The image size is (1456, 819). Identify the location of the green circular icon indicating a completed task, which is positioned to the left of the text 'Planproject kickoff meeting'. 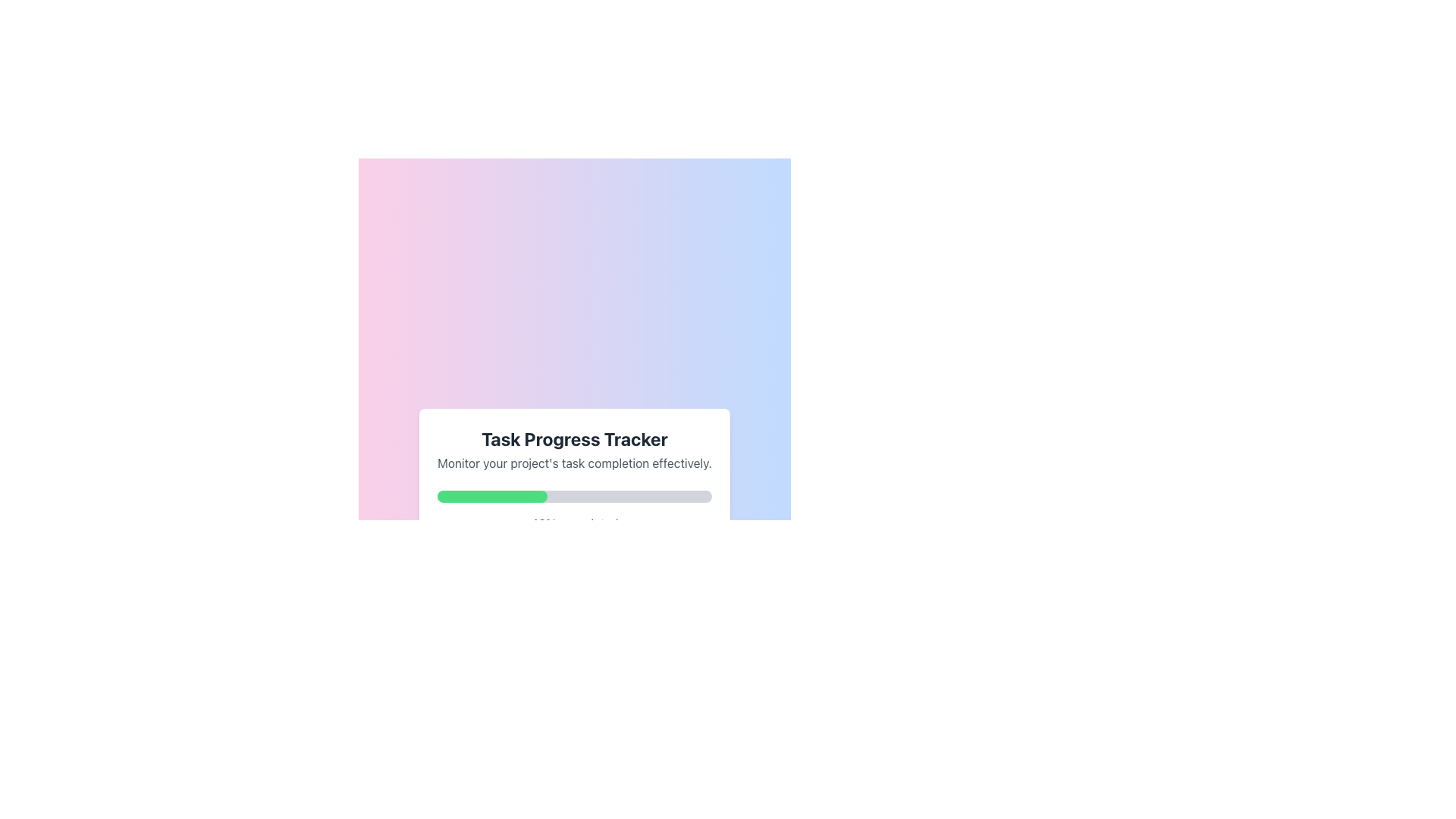
(455, 563).